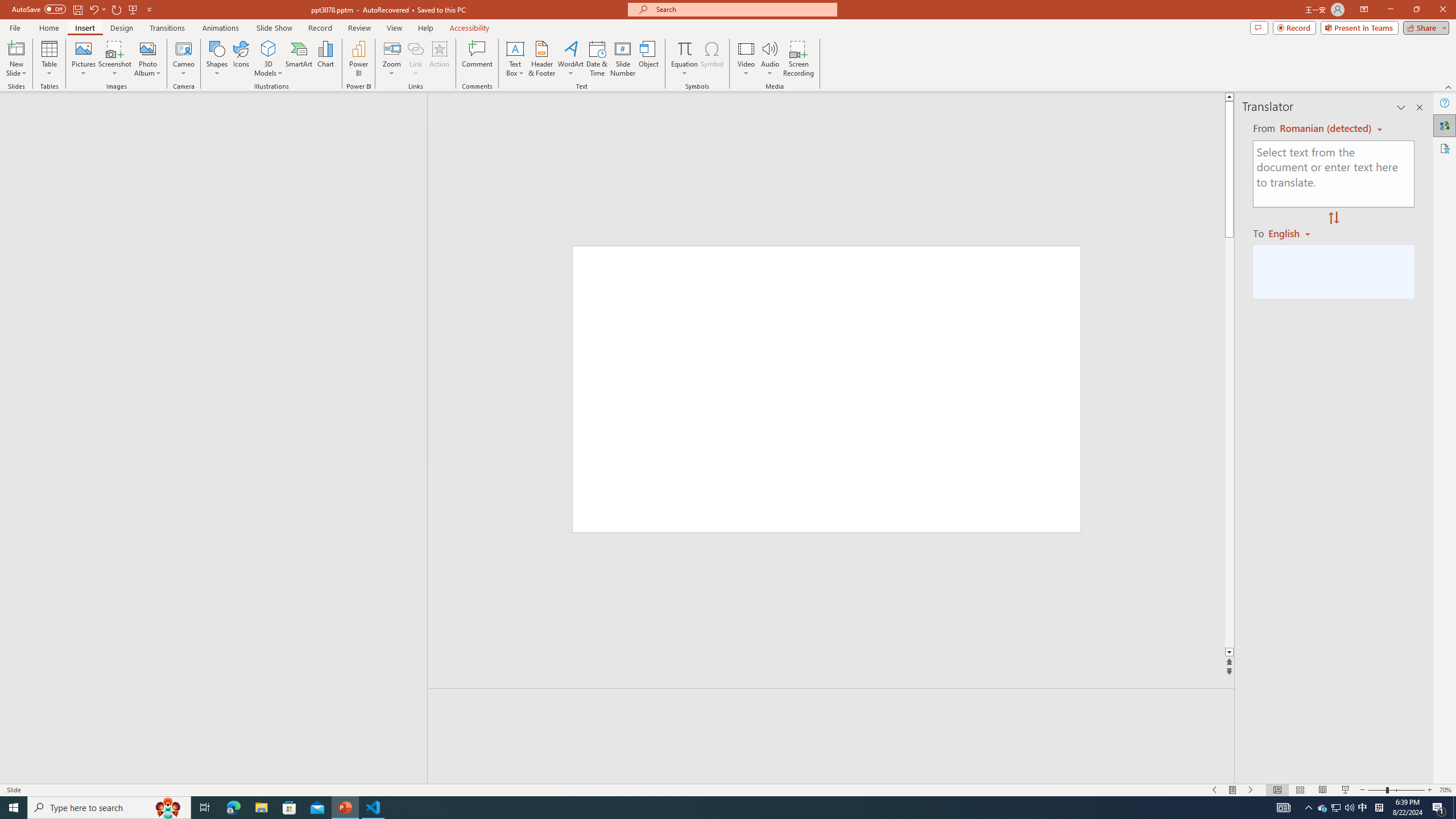 The image size is (1456, 819). I want to click on '3D Models', so click(268, 48).